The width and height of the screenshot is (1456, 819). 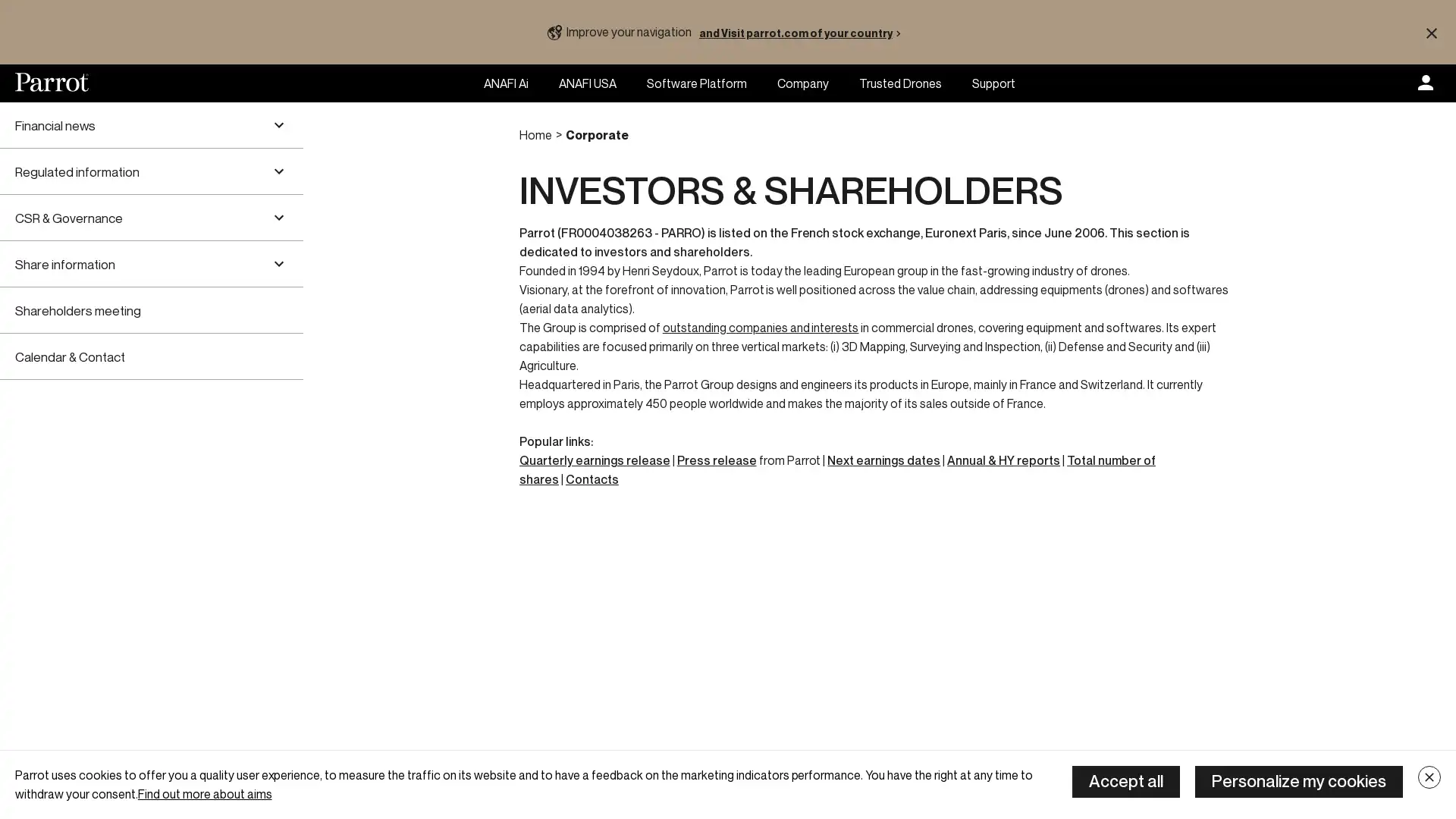 What do you see at coordinates (1425, 83) in the screenshot?
I see `my-parrot` at bounding box center [1425, 83].